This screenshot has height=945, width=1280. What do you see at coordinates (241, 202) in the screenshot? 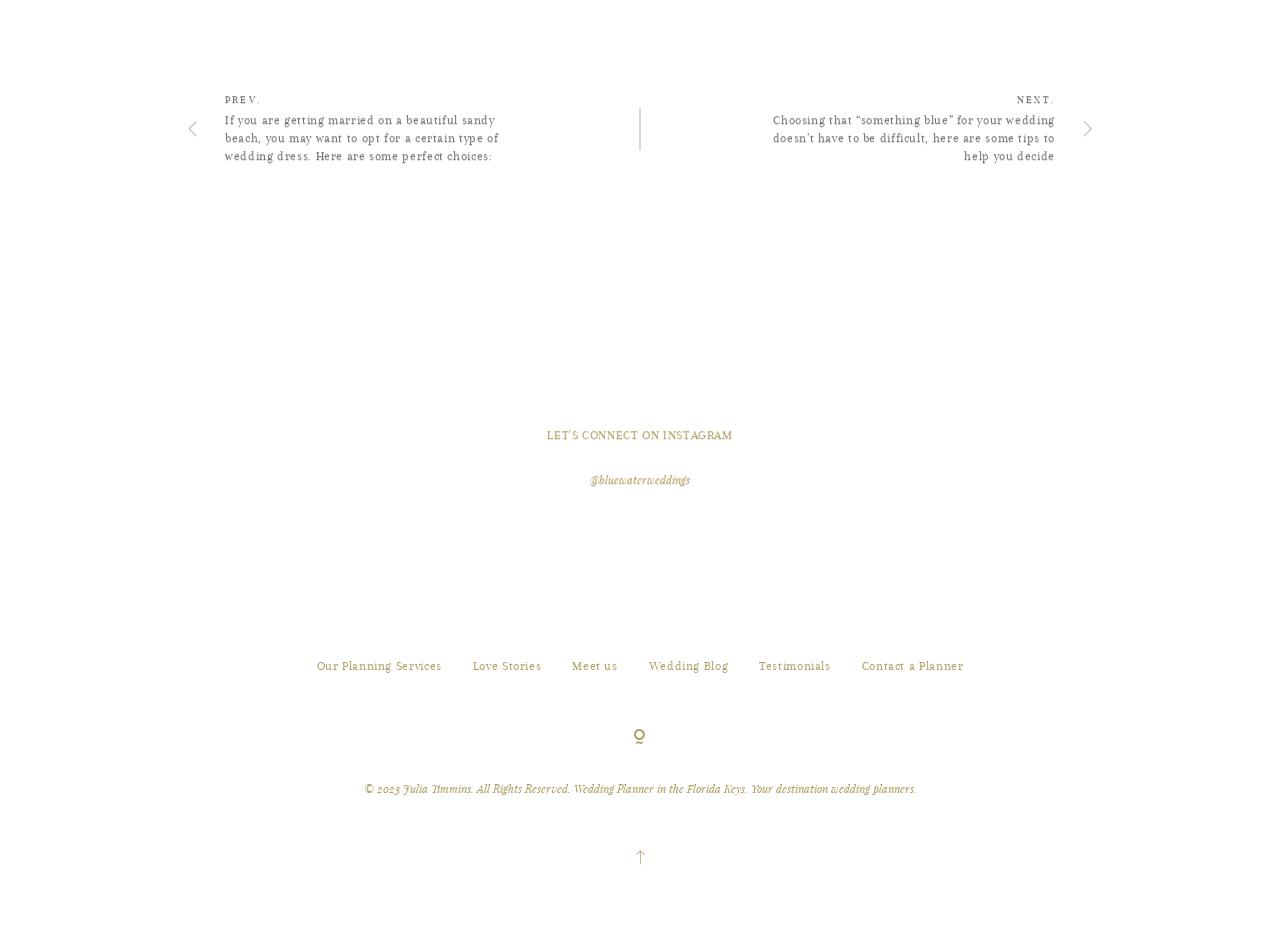
I see `'PREV.'` at bounding box center [241, 202].